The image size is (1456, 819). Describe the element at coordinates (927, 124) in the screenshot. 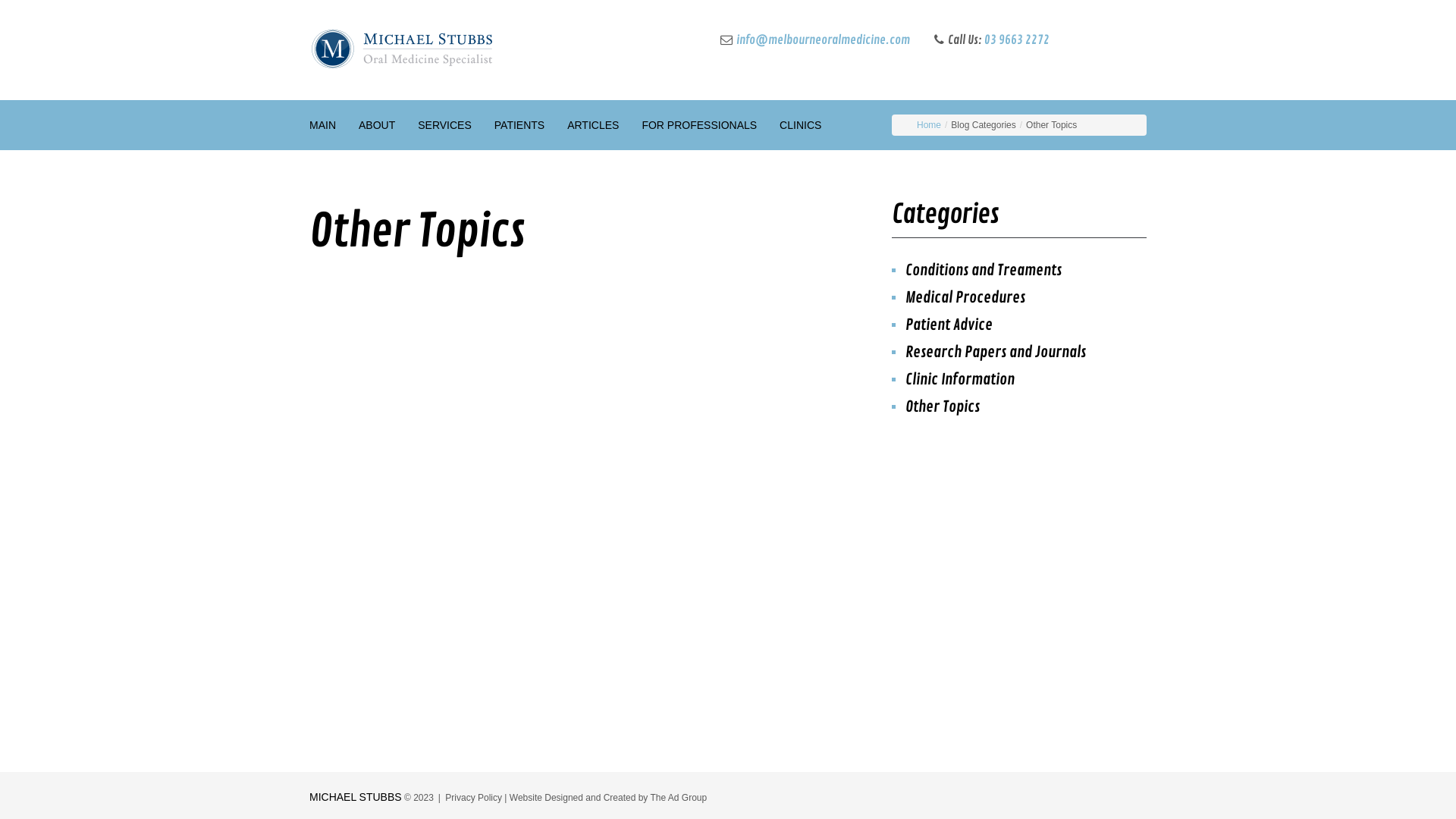

I see `'Home'` at that location.